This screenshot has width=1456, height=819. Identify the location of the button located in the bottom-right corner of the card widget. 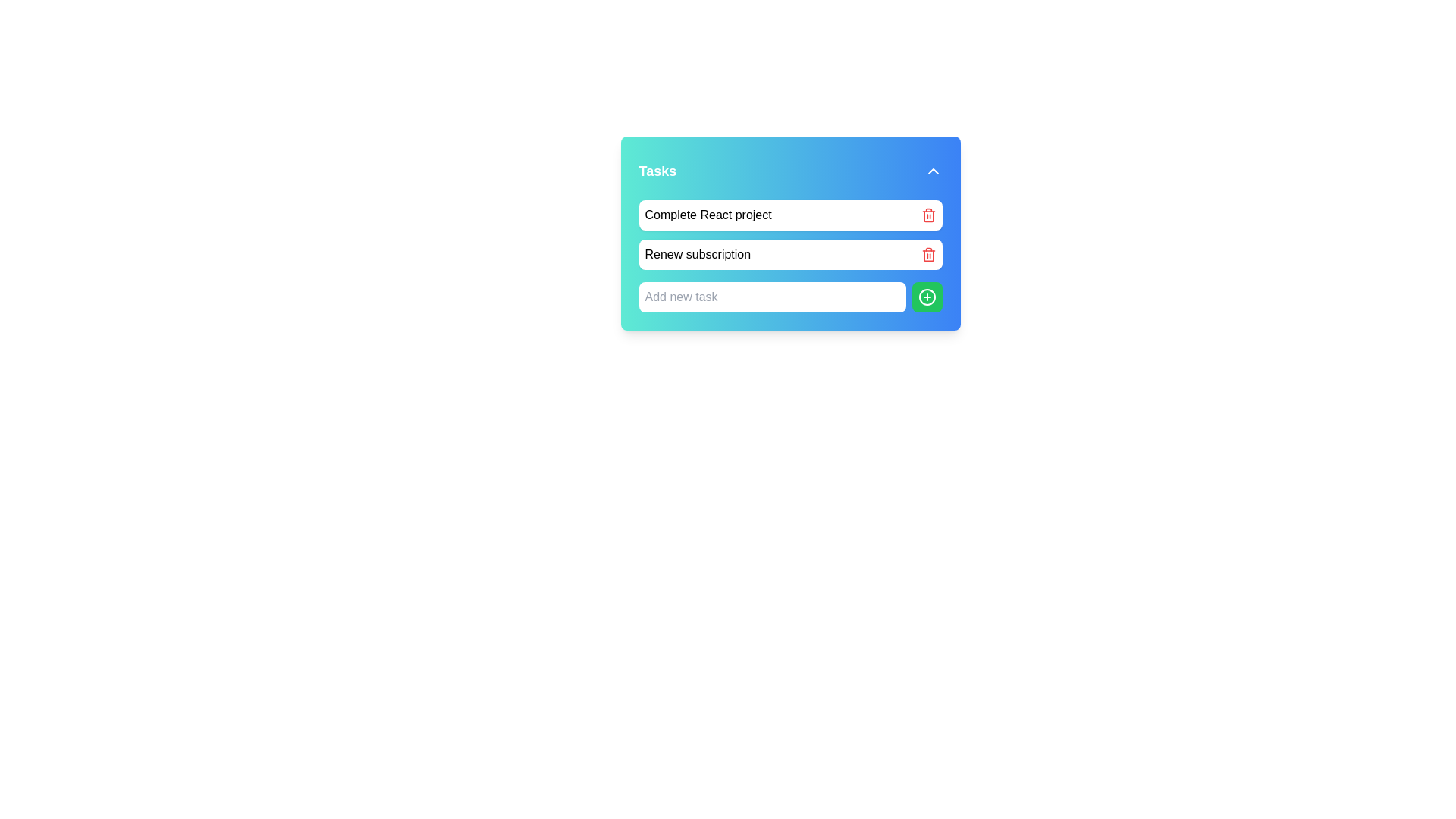
(926, 297).